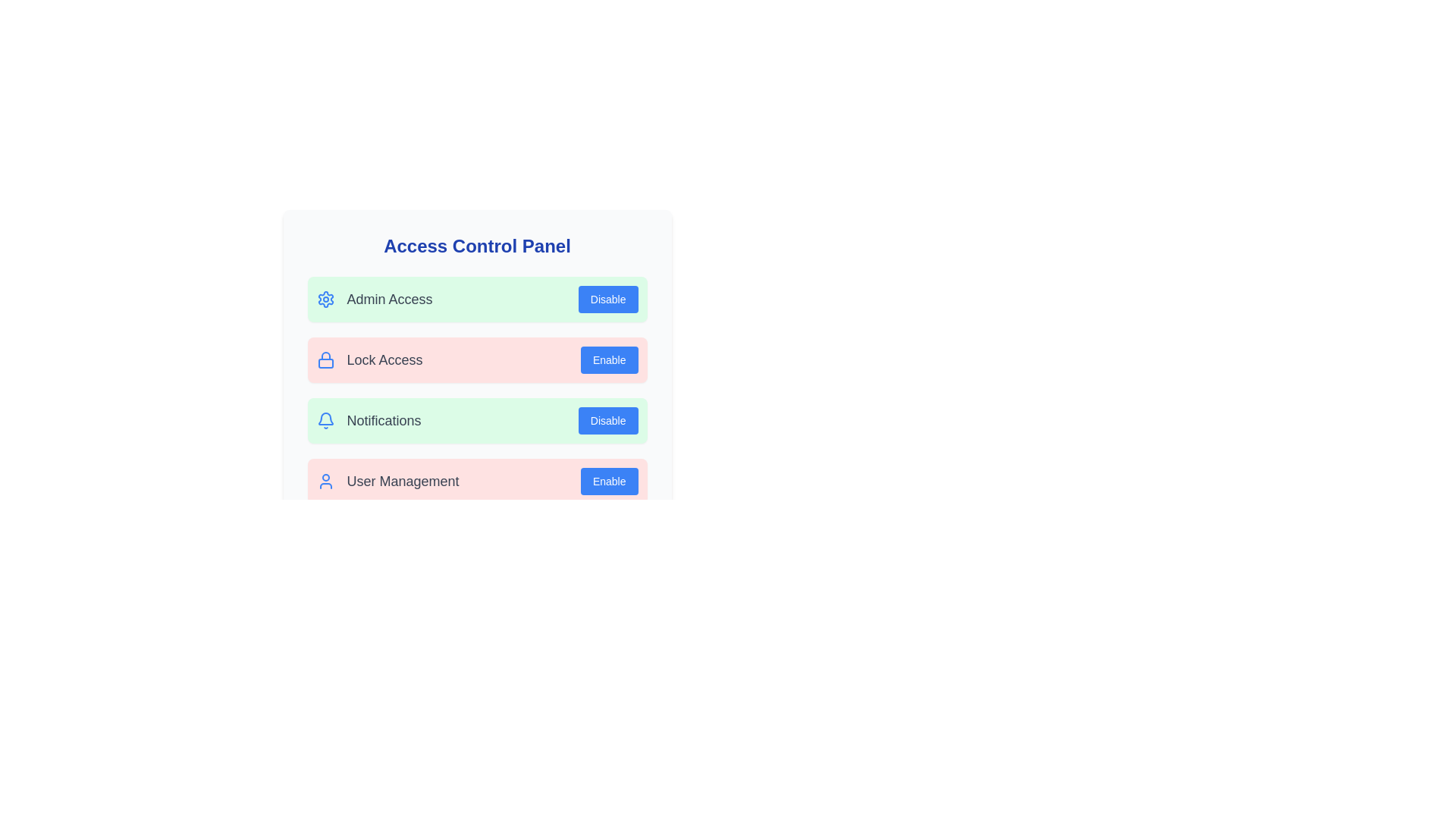  Describe the element at coordinates (607, 421) in the screenshot. I see `the button labeled Disable Notifications` at that location.